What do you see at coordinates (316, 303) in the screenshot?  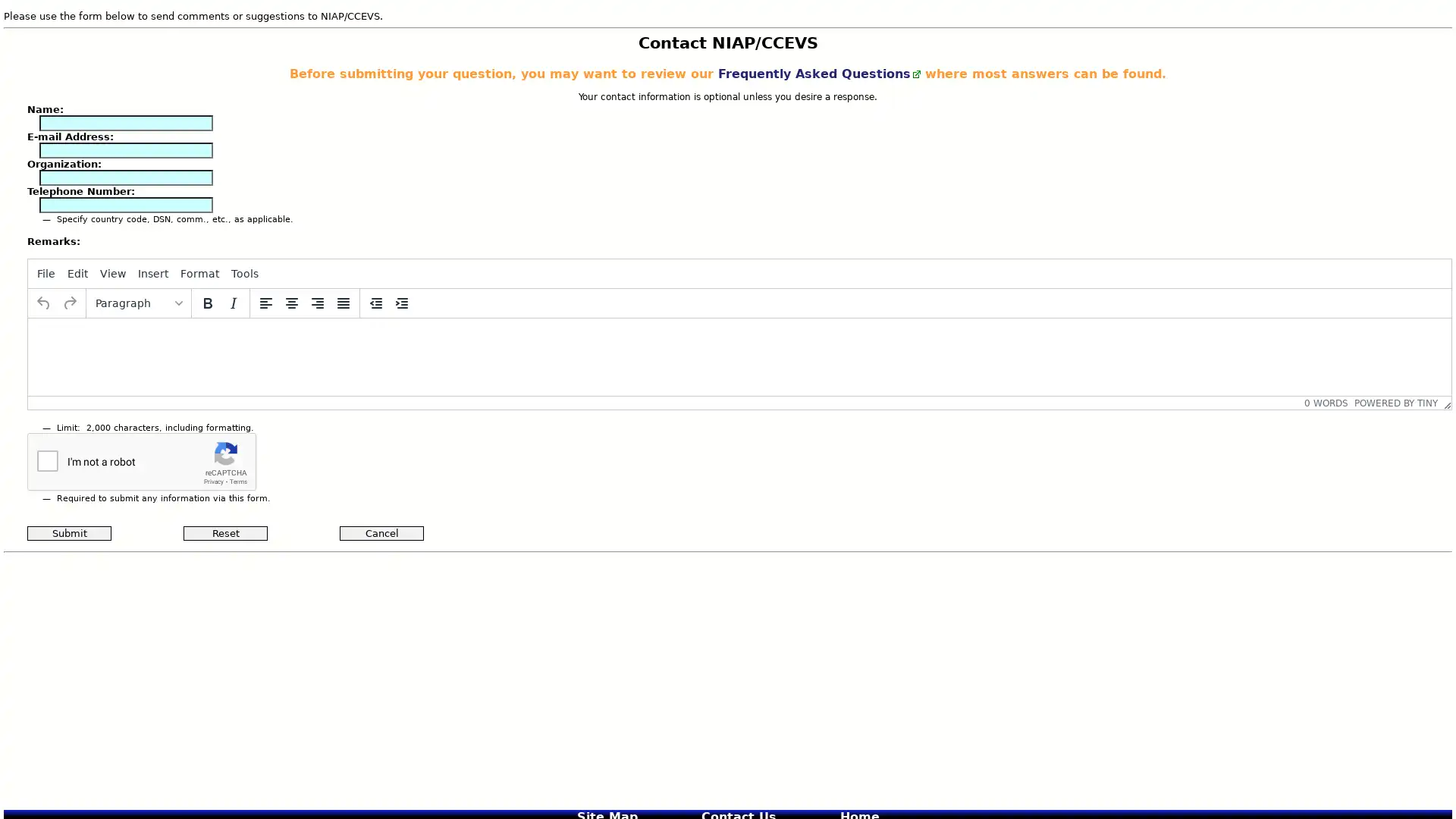 I see `Align right` at bounding box center [316, 303].